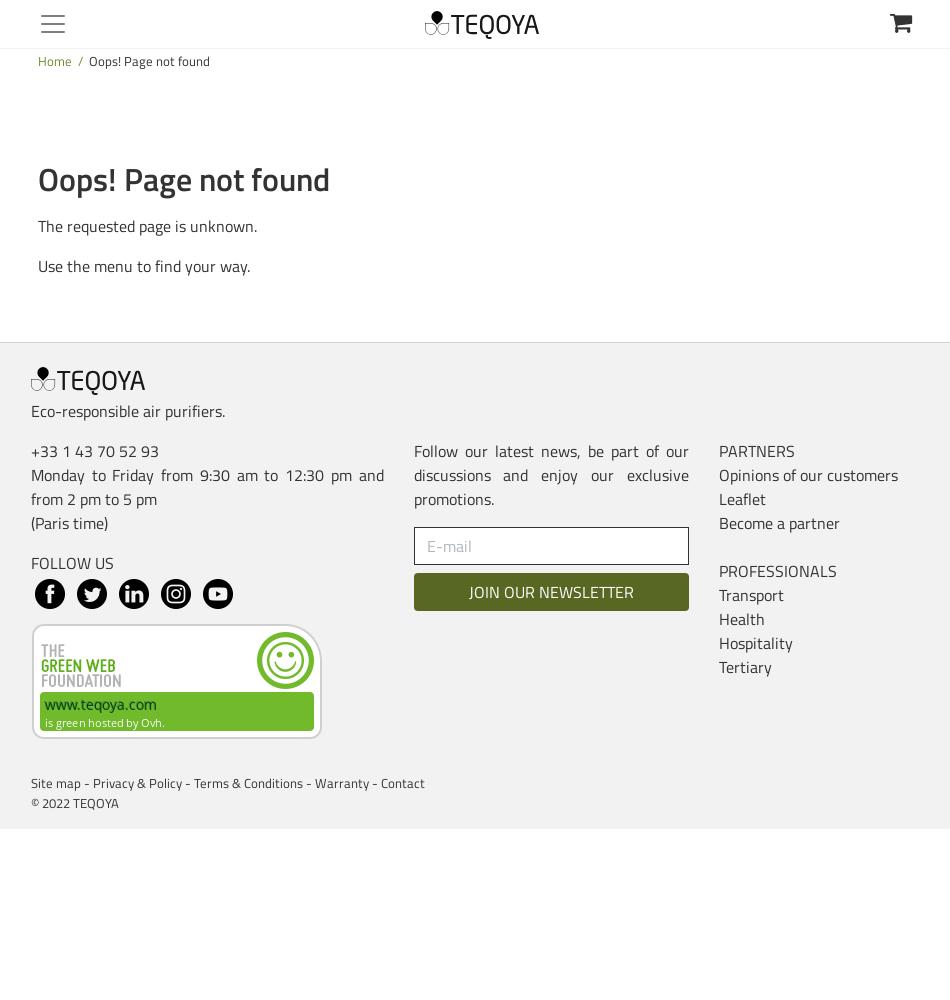 Image resolution: width=950 pixels, height=1000 pixels. What do you see at coordinates (807, 474) in the screenshot?
I see `'Opinions of our customers'` at bounding box center [807, 474].